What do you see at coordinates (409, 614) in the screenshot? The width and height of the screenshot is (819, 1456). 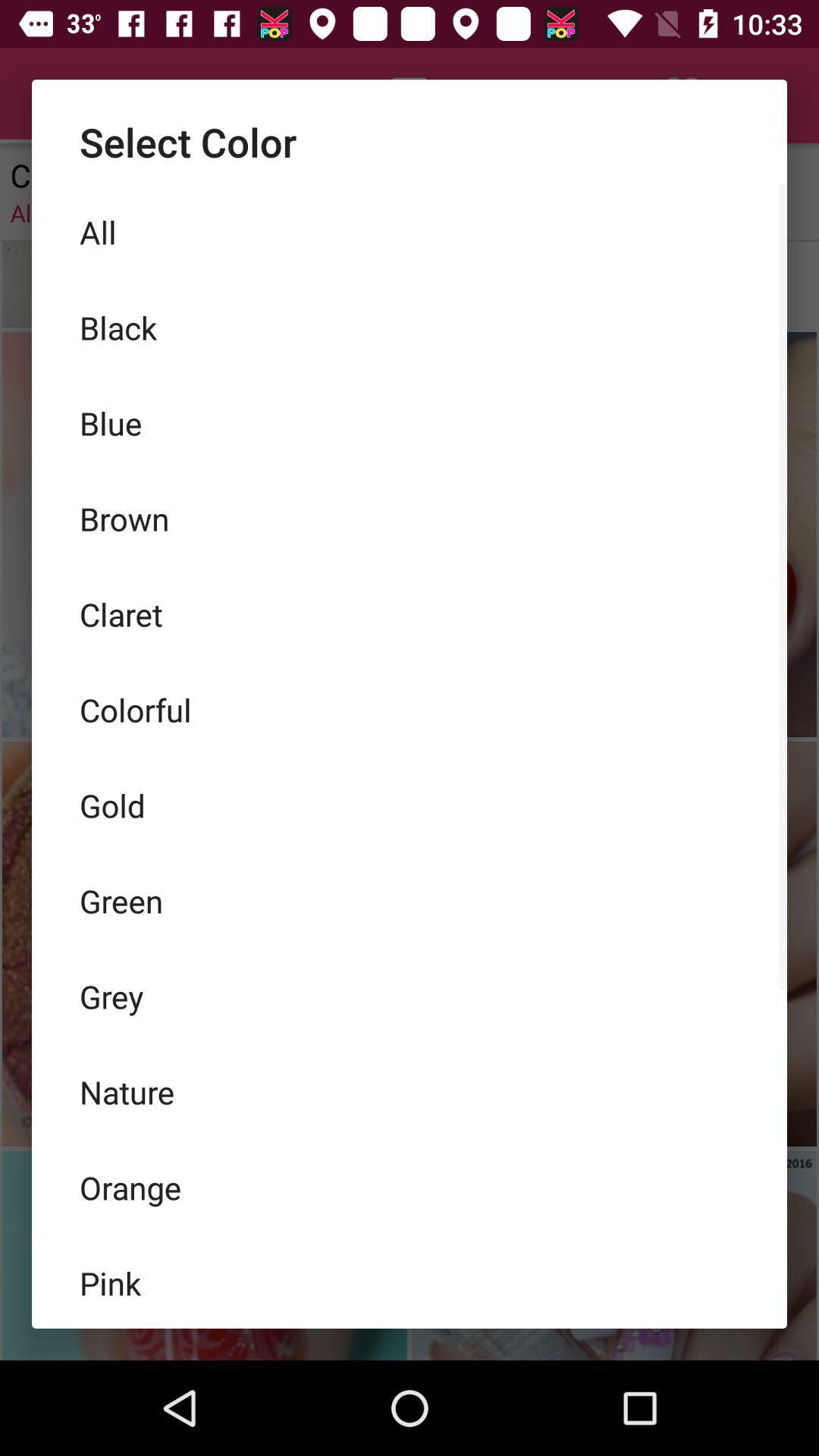 I see `the claret item` at bounding box center [409, 614].